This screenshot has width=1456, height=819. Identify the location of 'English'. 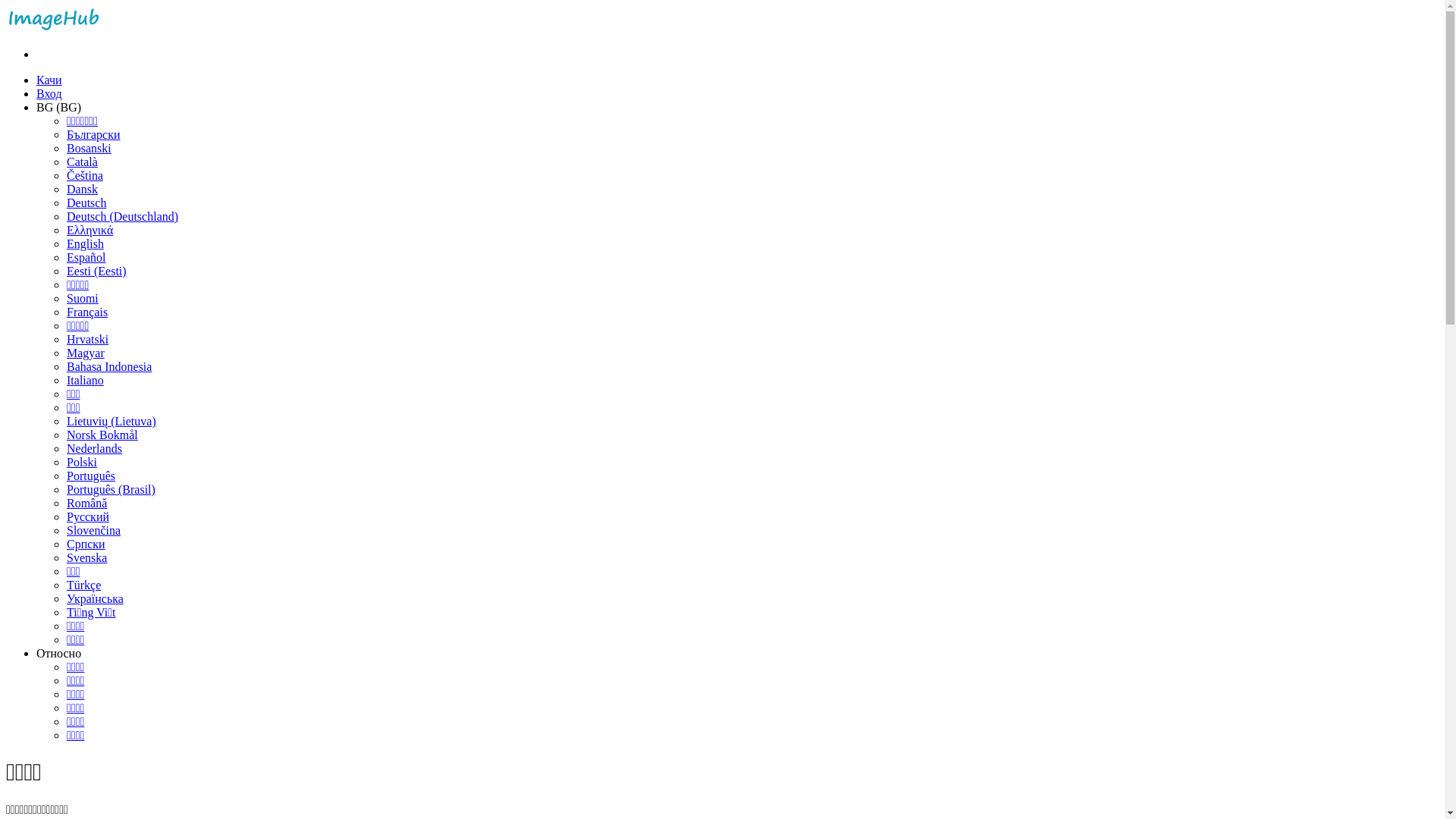
(84, 243).